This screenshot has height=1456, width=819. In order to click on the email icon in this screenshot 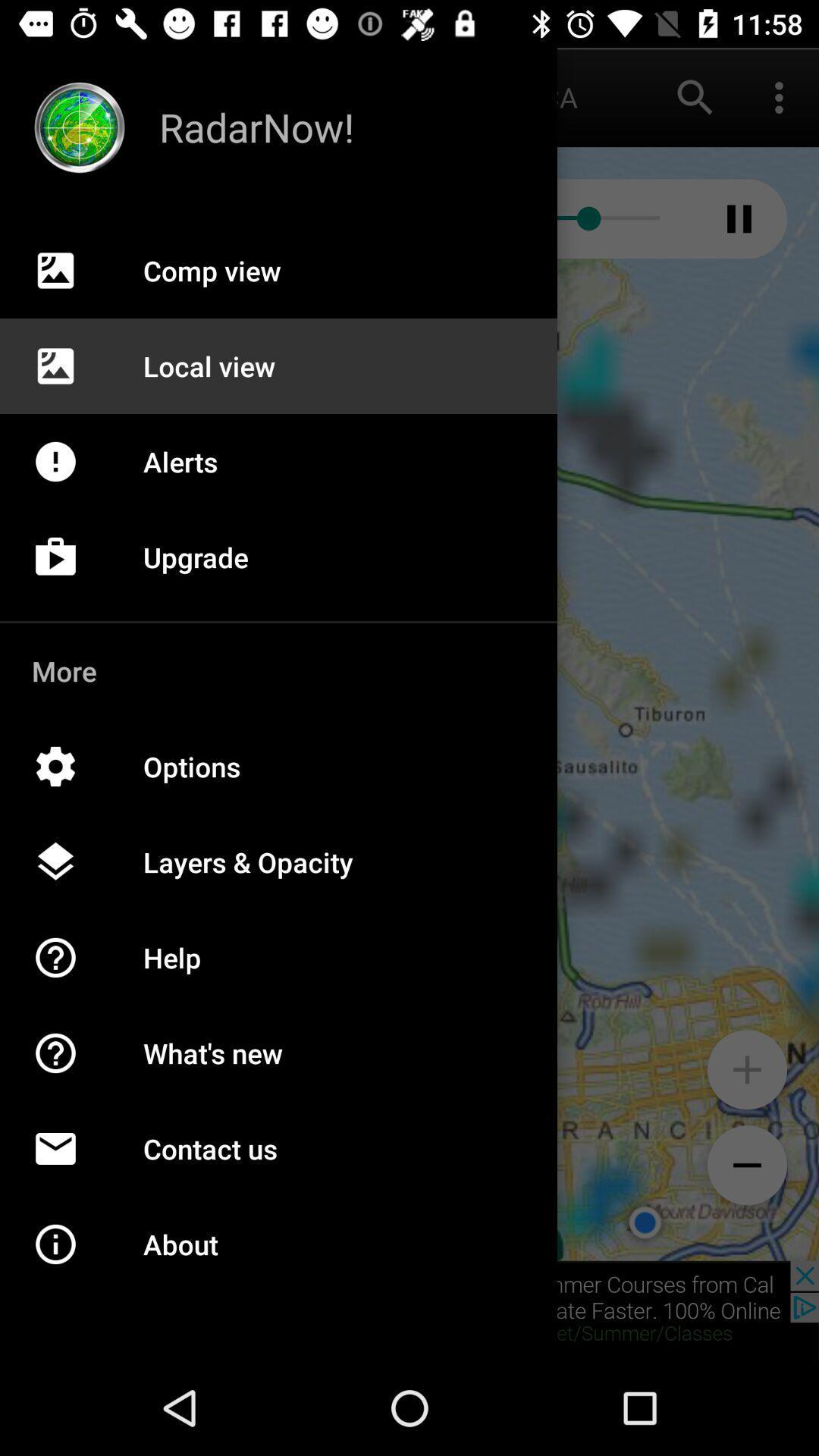, I will do `click(71, 1164)`.